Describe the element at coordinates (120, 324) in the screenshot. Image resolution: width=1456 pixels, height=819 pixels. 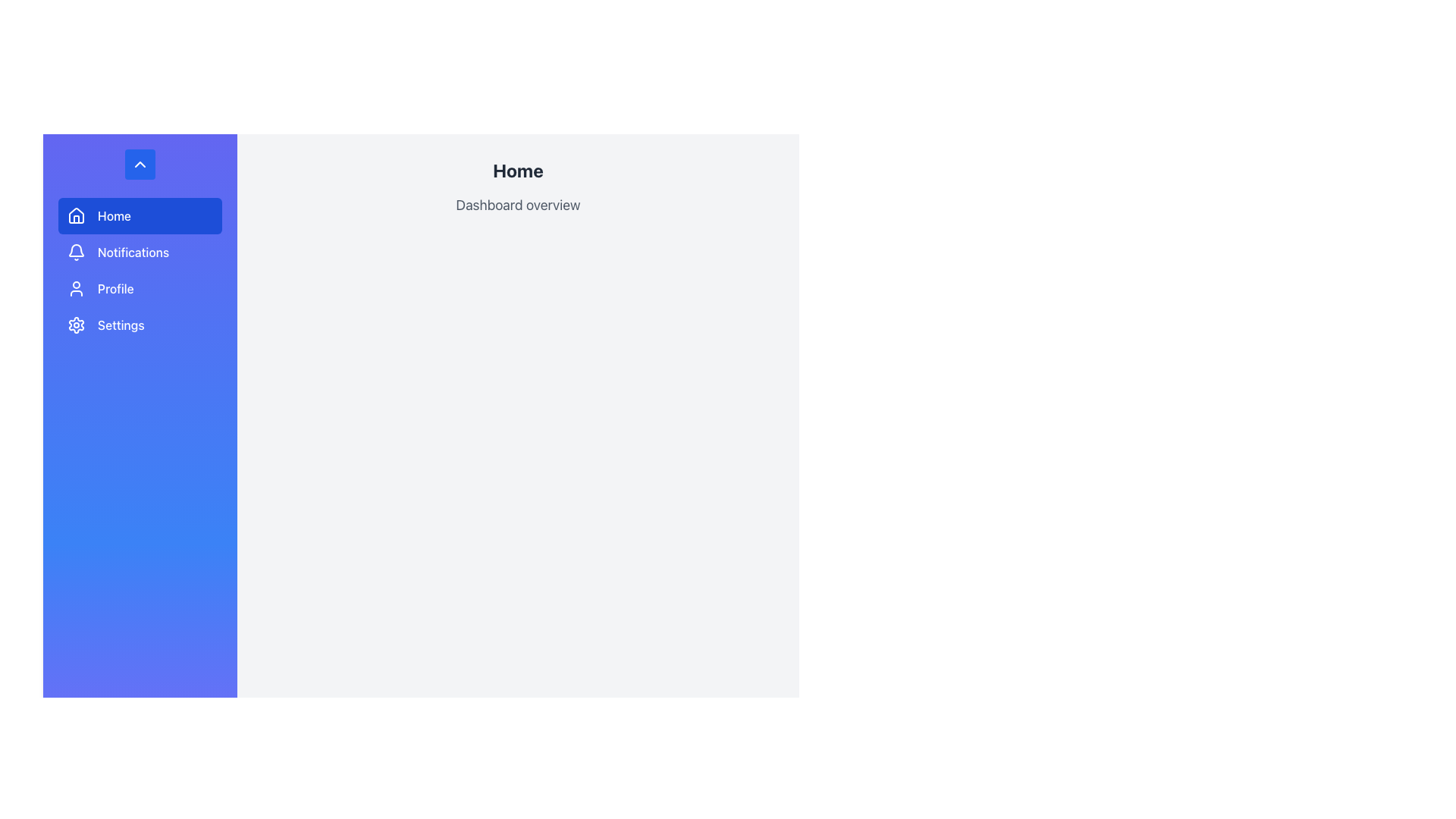
I see `the 'Settings' label, which is located on the left sidebar below the 'Profile' label` at that location.